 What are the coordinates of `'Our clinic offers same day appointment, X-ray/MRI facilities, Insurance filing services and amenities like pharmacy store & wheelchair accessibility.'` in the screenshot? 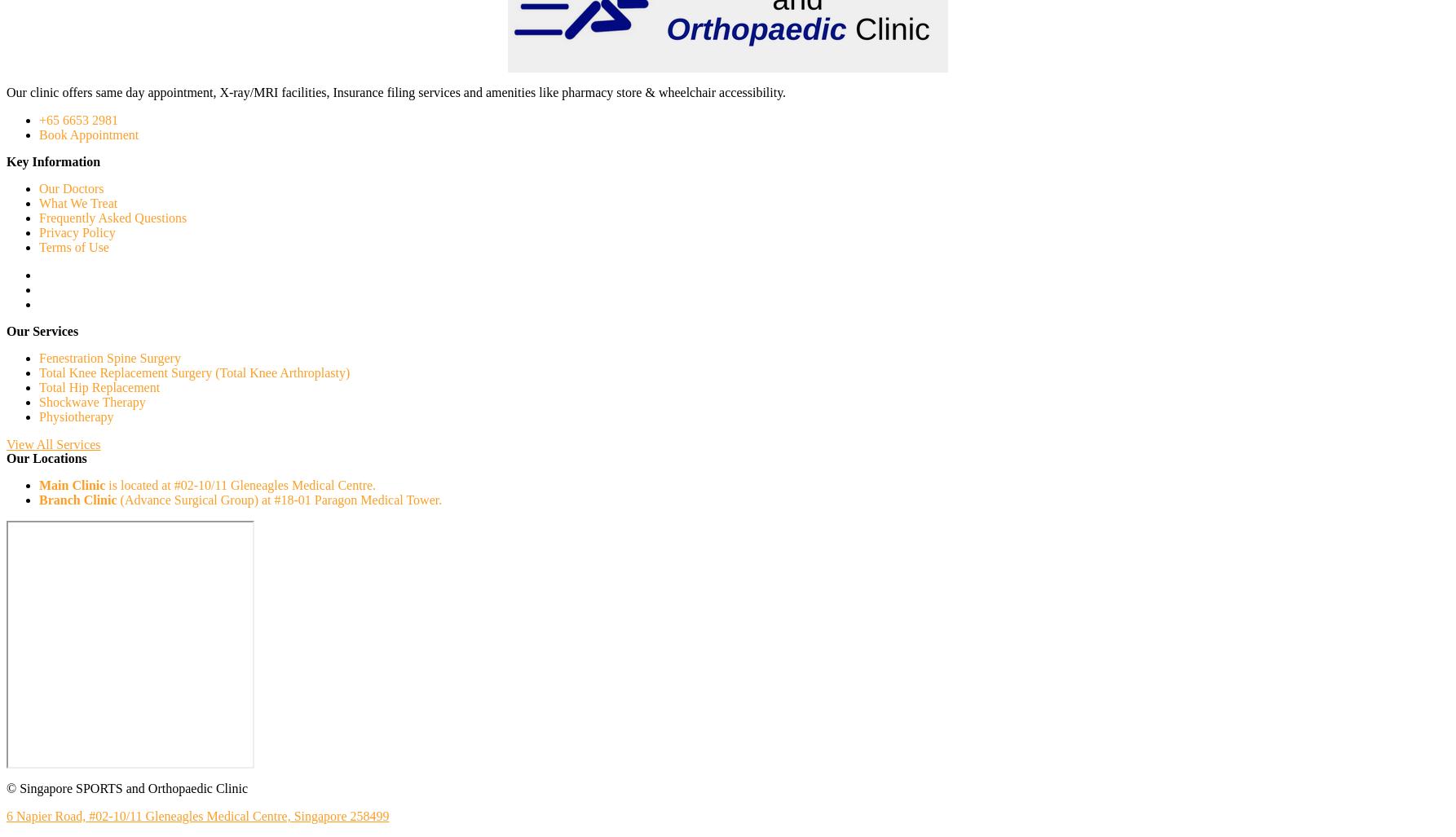 It's located at (395, 91).